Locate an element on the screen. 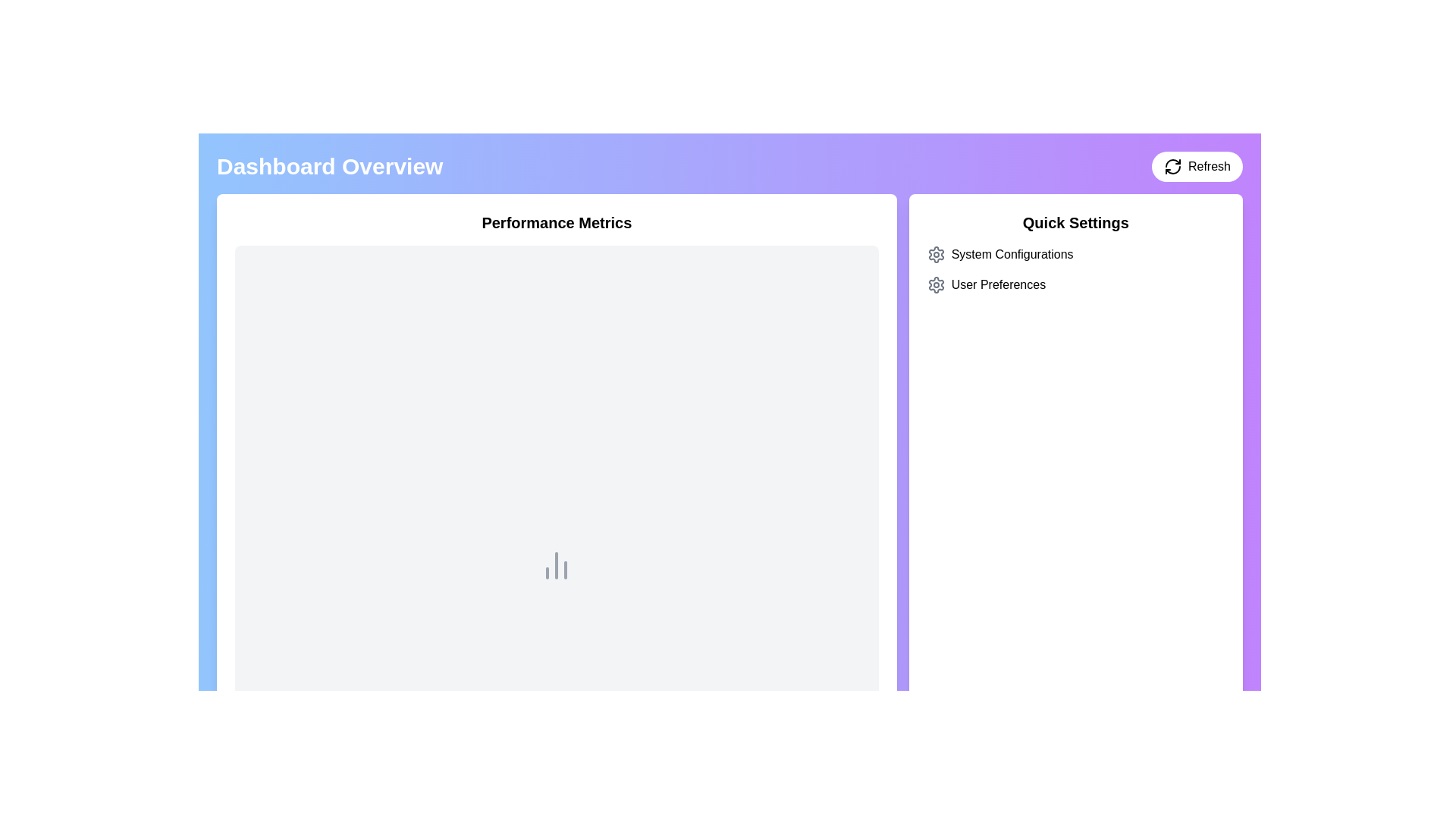 This screenshot has width=1456, height=819. the circular refresh icon located inside the 'Refresh' button in the top-right corner of the interface is located at coordinates (1172, 166).